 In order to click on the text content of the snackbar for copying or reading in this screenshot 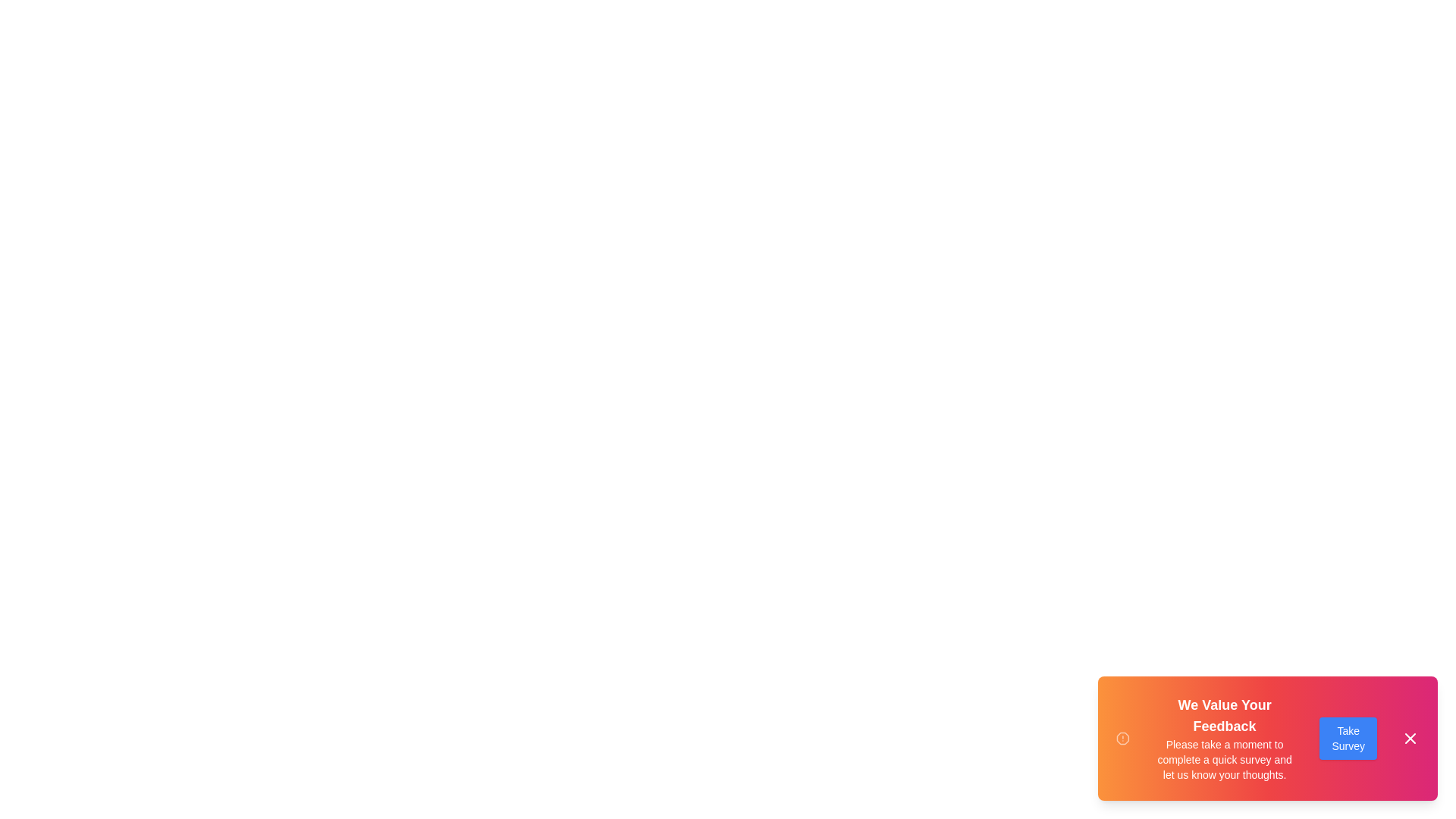, I will do `click(1153, 694)`.